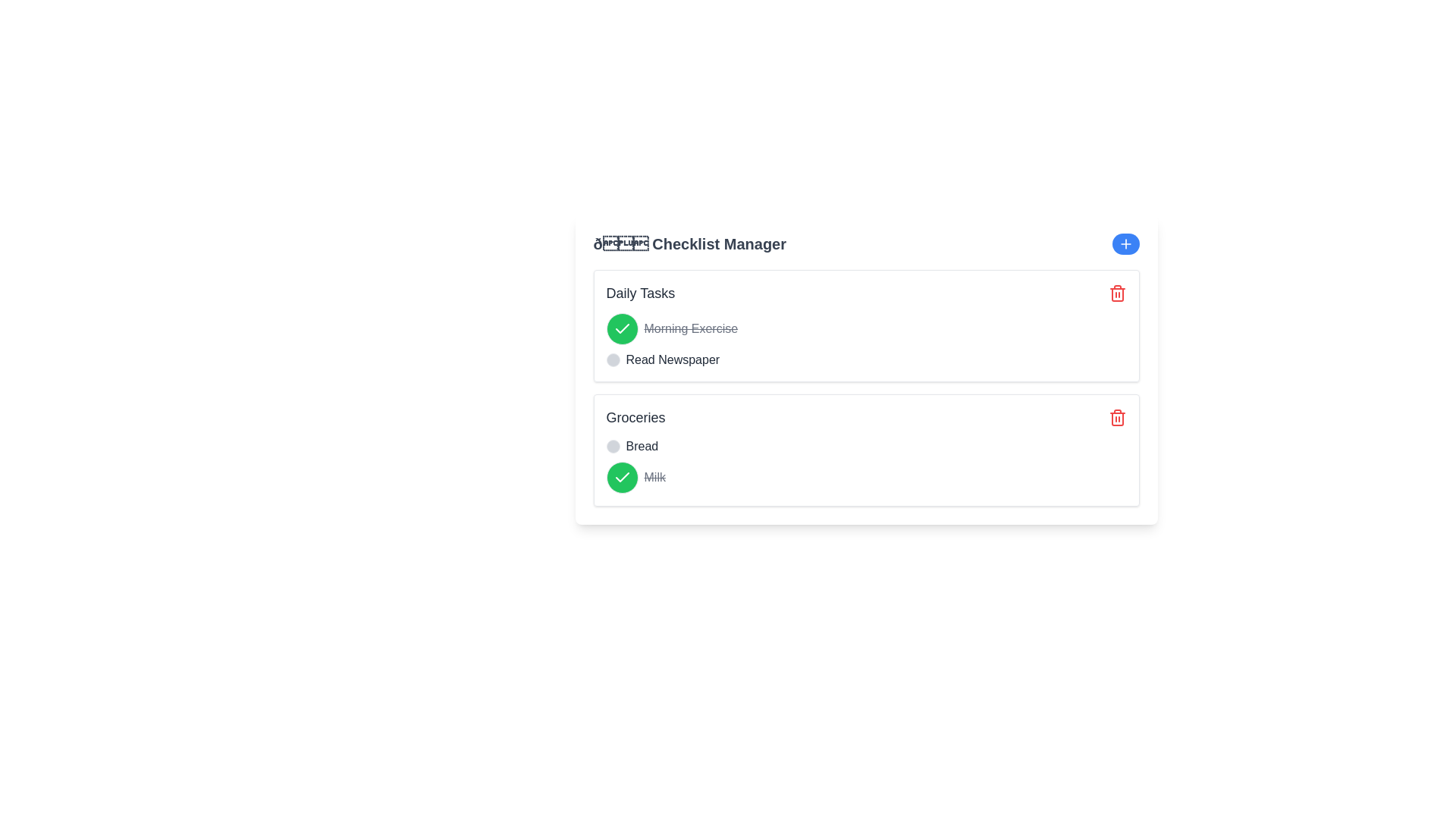  I want to click on the Circular Indicator Button located in the 'Daily Tasks' section, so click(622, 328).